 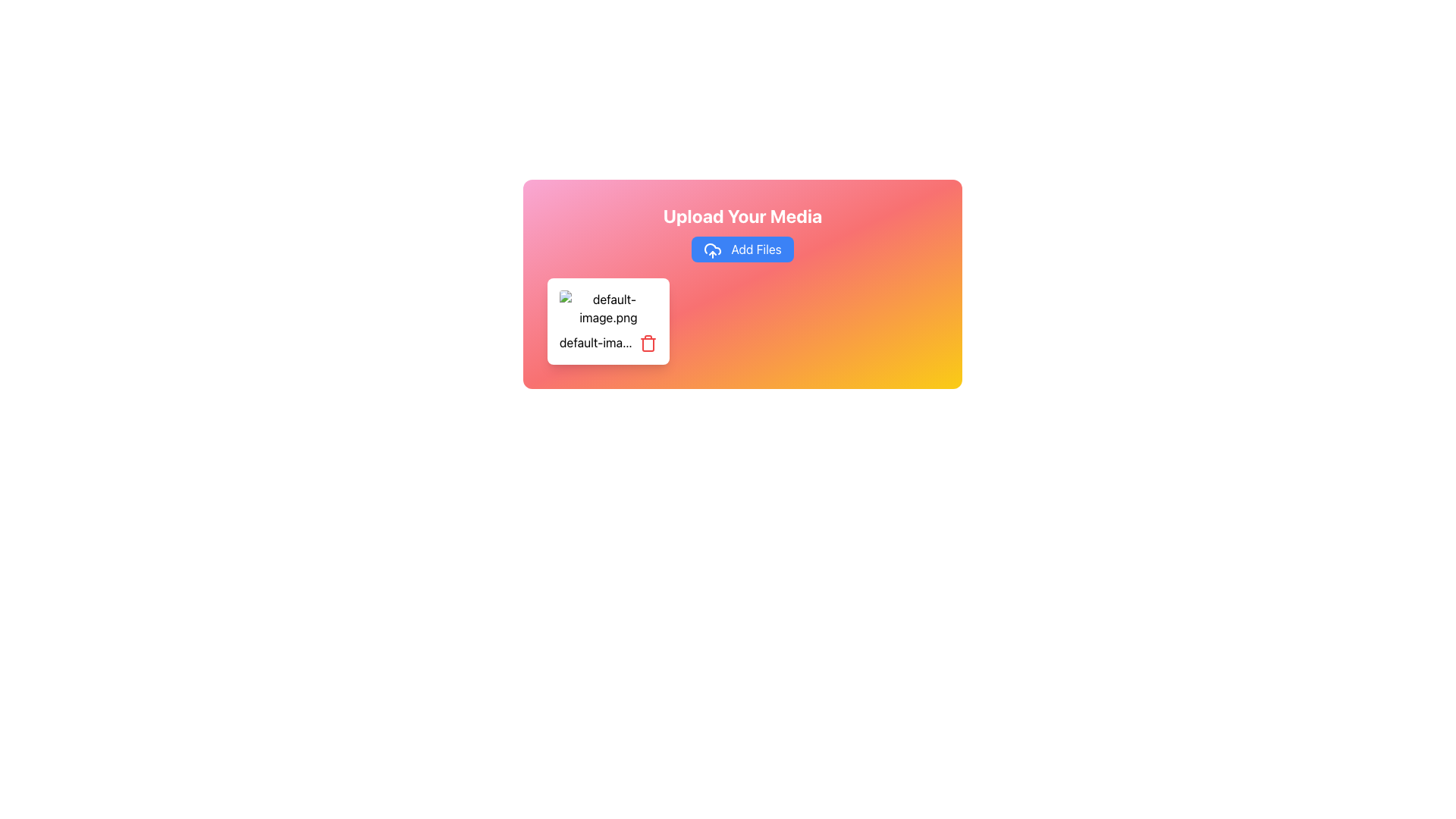 I want to click on the blue button labeled 'Add Files' which contains the cloud icon with an upward arrow on its left side, so click(x=712, y=249).